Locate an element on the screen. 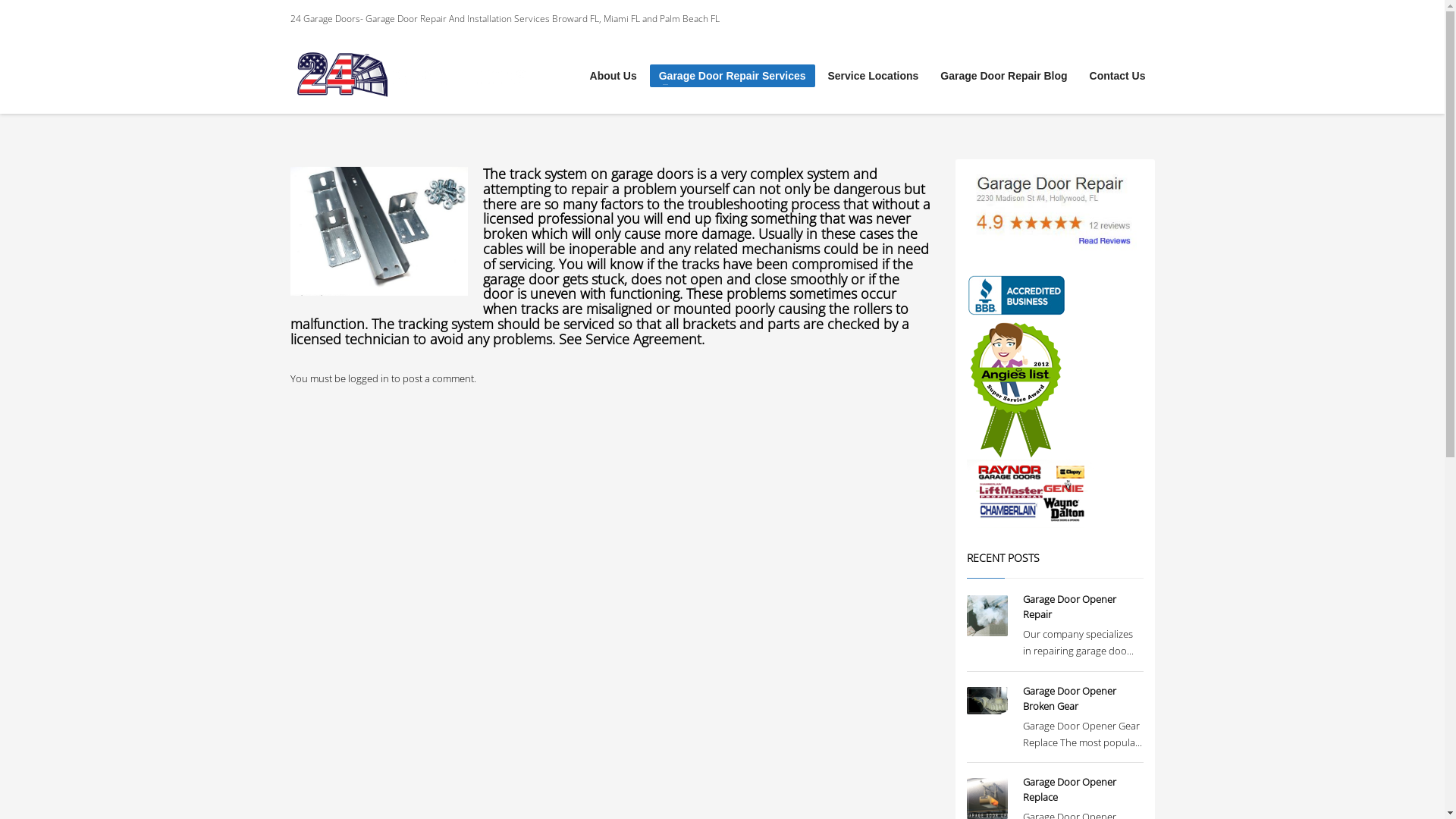 Image resolution: width=1456 pixels, height=819 pixels. 'Garage Door Opener Broken Gear' is located at coordinates (1022, 698).